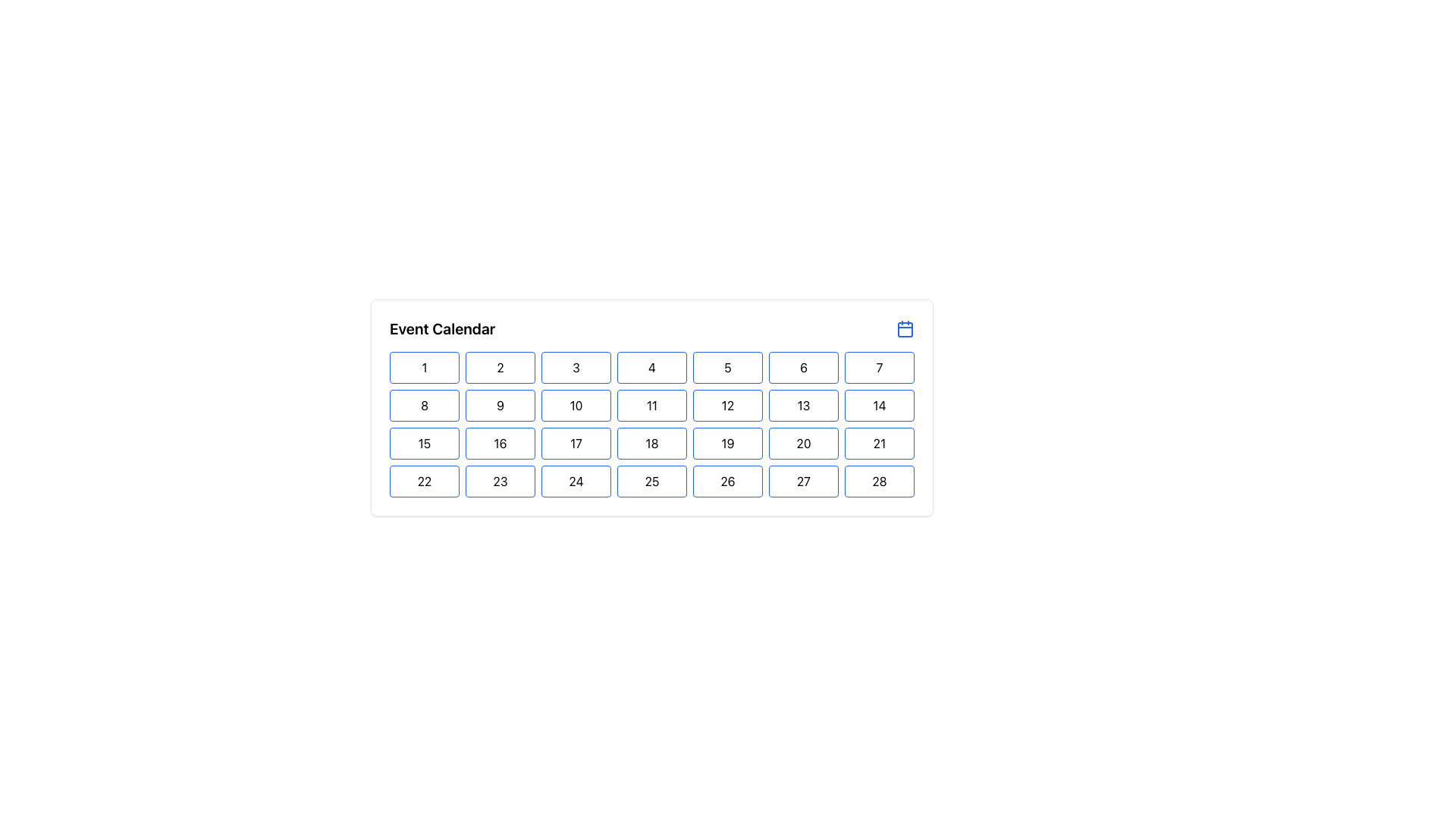 This screenshot has height=819, width=1456. I want to click on the rectangular button with a white background and blue border that displays the text '18' for accessibility navigation, so click(651, 444).